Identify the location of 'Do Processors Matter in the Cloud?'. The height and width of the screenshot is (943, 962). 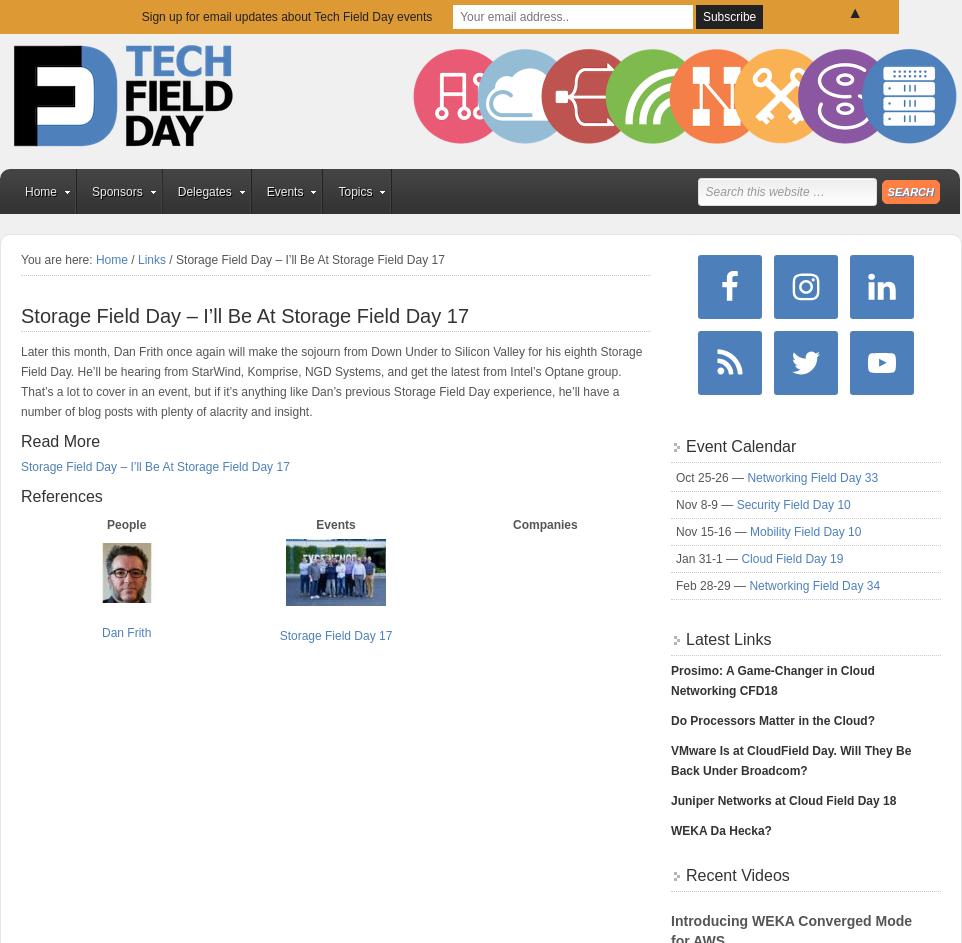
(771, 720).